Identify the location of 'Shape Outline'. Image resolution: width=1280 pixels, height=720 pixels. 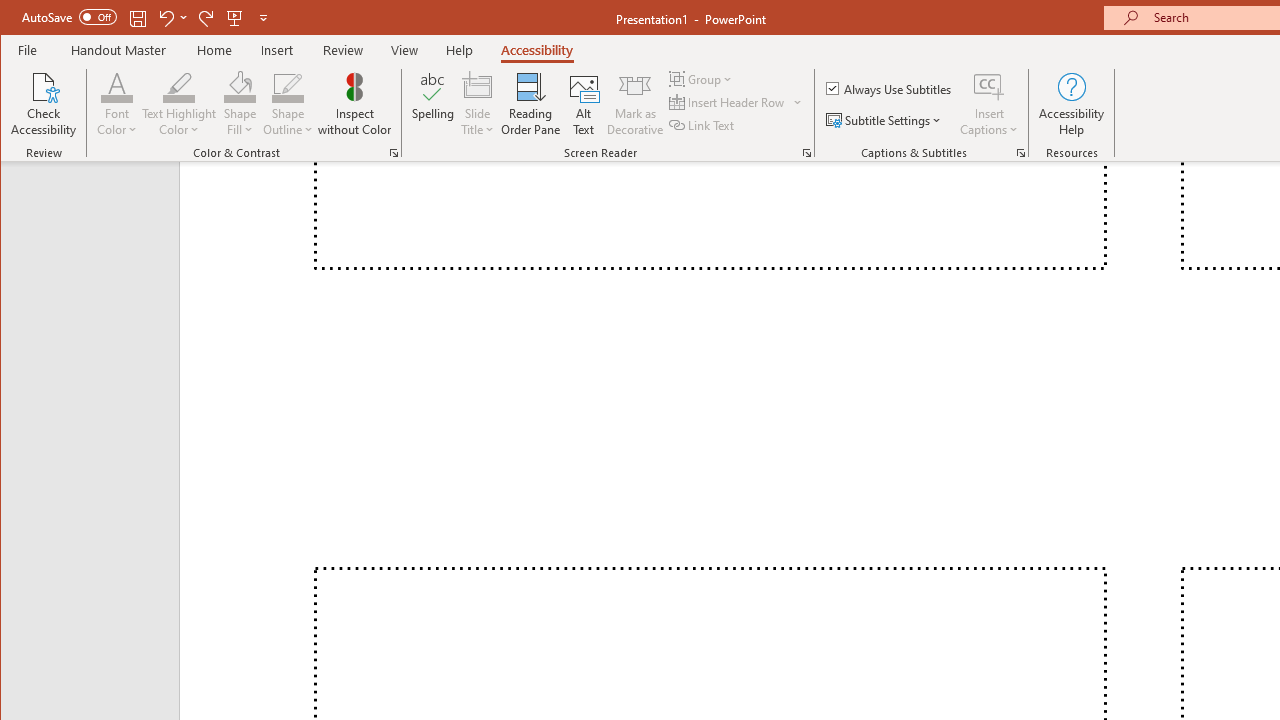
(287, 104).